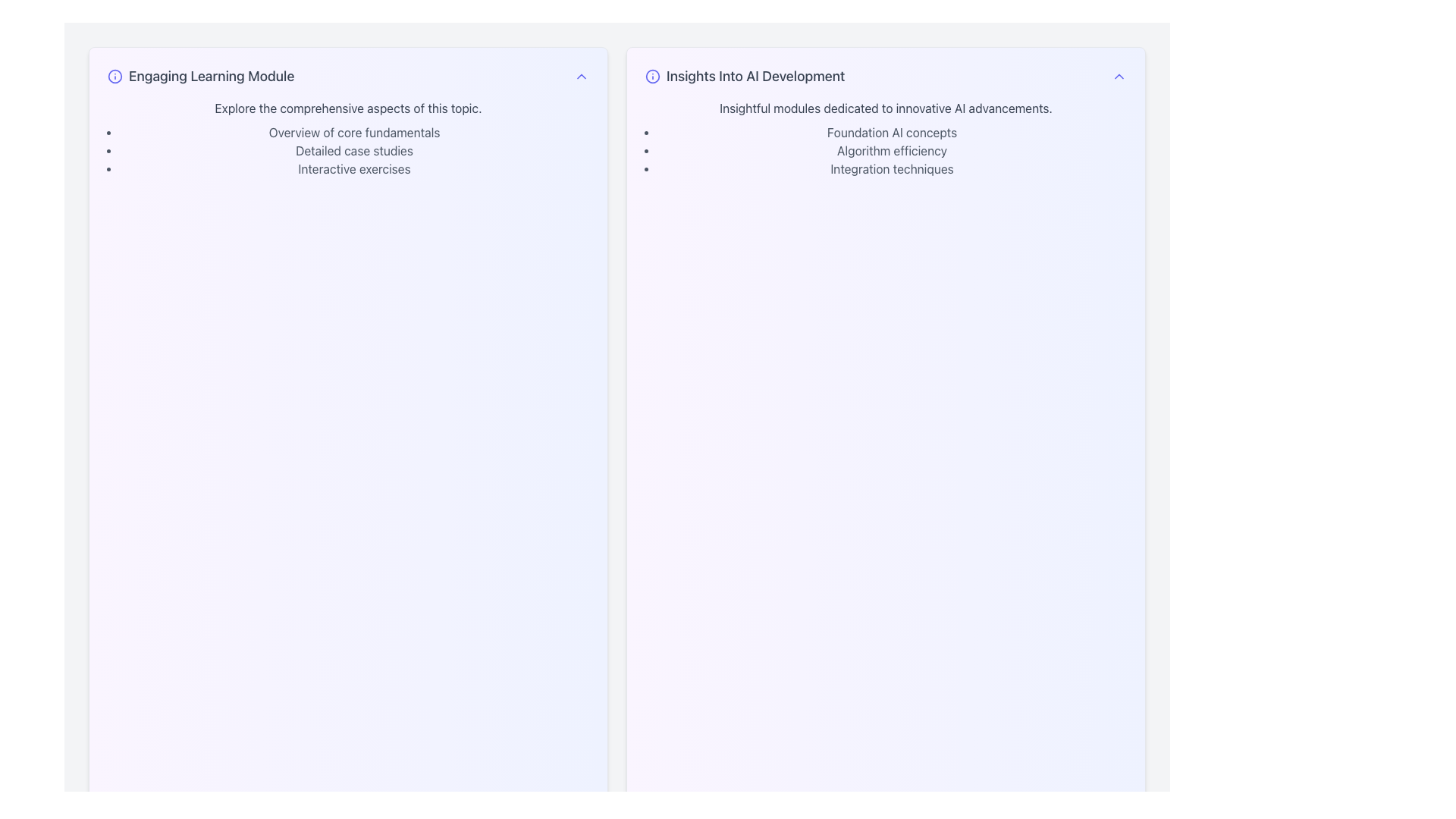 This screenshot has width=1456, height=819. Describe the element at coordinates (353, 151) in the screenshot. I see `text label that is the second item in a three-item bulleted list, positioned between 'Overview of core fundamentals' and 'Interactive exercises' in the left panel labeled 'Engaging Learning Module'` at that location.